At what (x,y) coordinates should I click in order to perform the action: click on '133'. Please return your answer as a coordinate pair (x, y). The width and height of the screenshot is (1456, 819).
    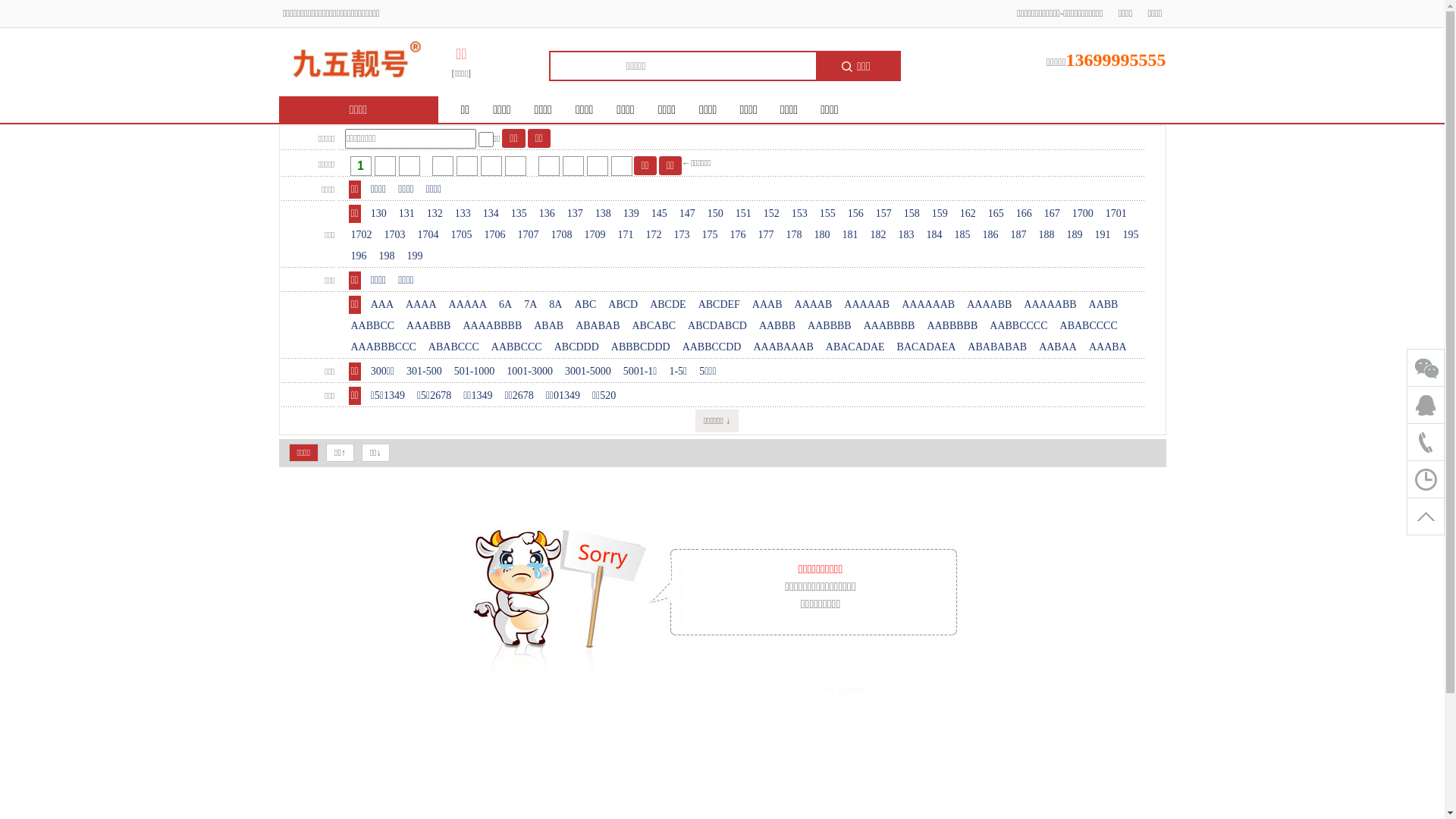
    Looking at the image, I should click on (462, 213).